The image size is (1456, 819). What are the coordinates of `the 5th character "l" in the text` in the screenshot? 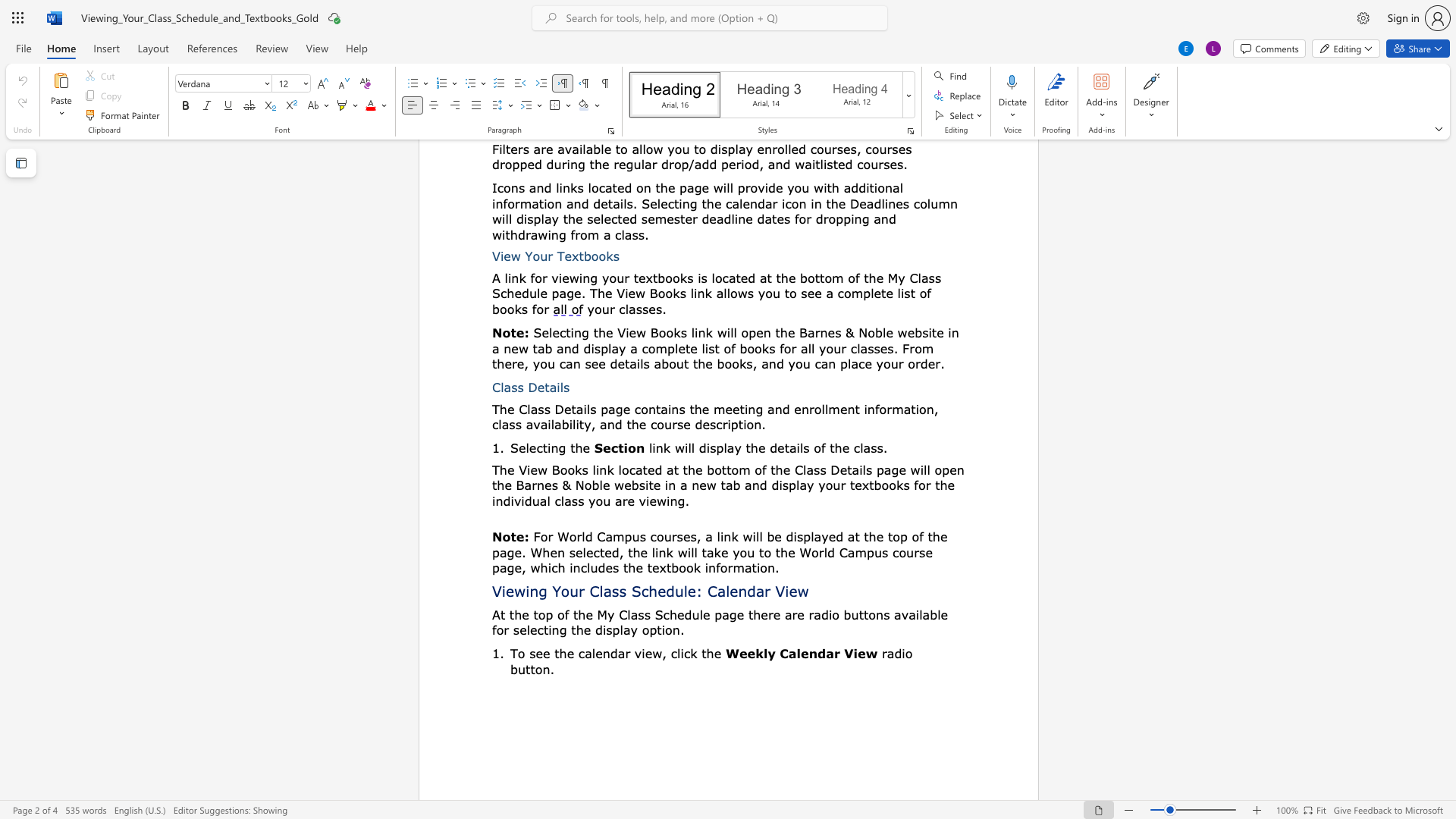 It's located at (801, 447).